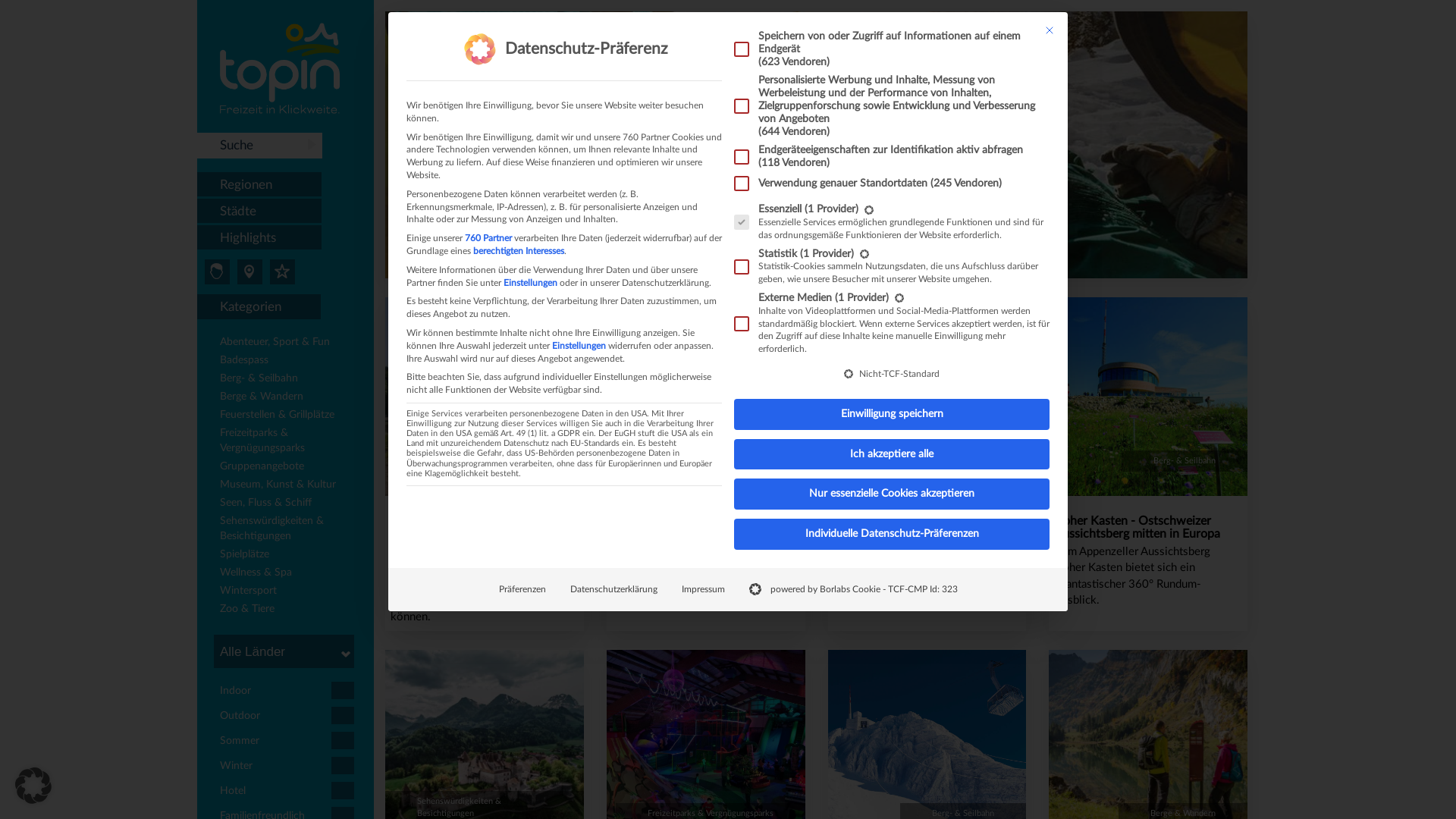 The height and width of the screenshot is (819, 1456). I want to click on 'powered by Borlabs Cookie - TCF-CMP Id: 323', so click(853, 588).